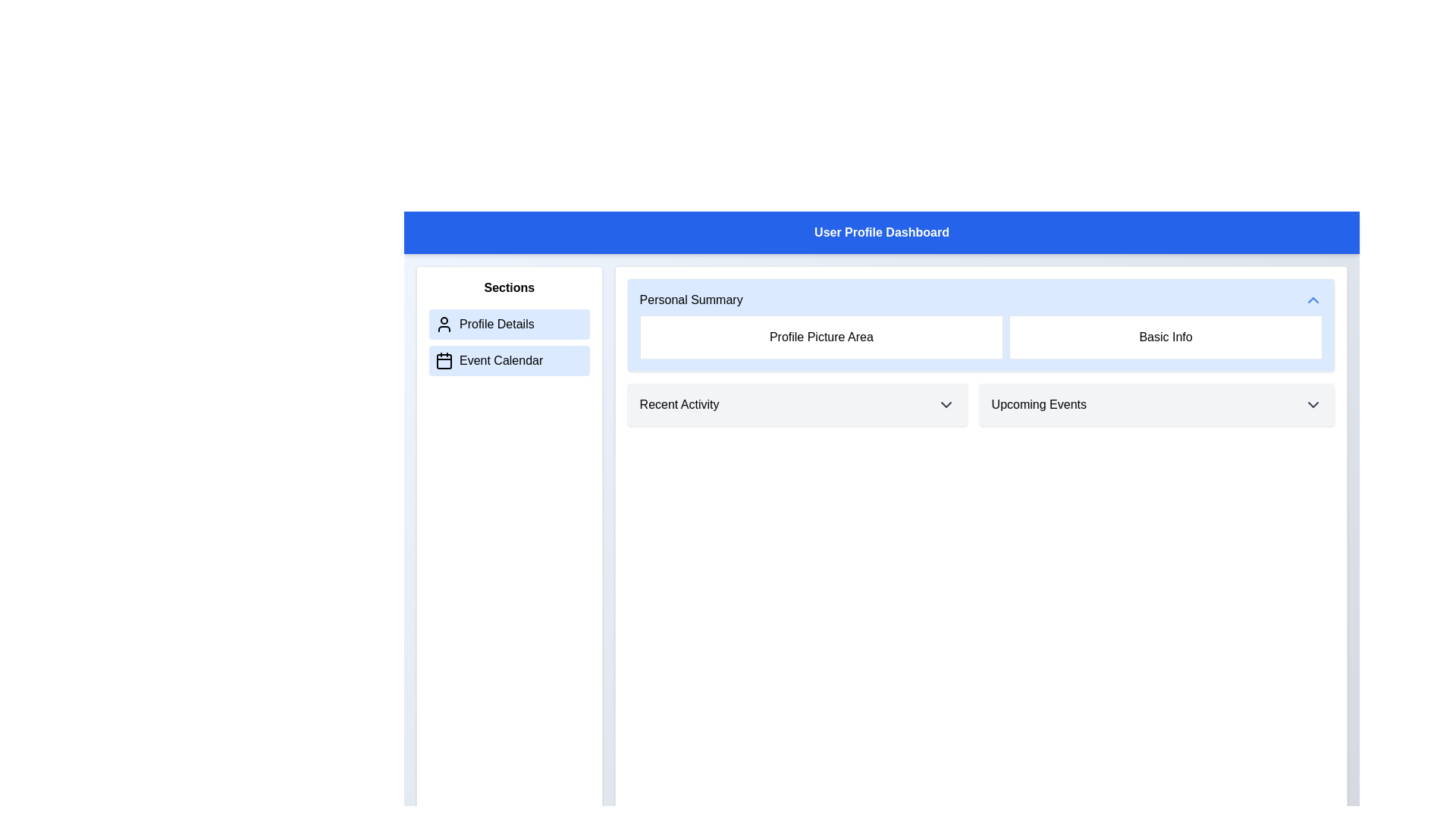 Image resolution: width=1456 pixels, height=819 pixels. I want to click on the calendar icon located to the left of the 'Event Calendar' label in the left-side navigation panel, which is styled with a clean, outlined appearance, so click(443, 360).